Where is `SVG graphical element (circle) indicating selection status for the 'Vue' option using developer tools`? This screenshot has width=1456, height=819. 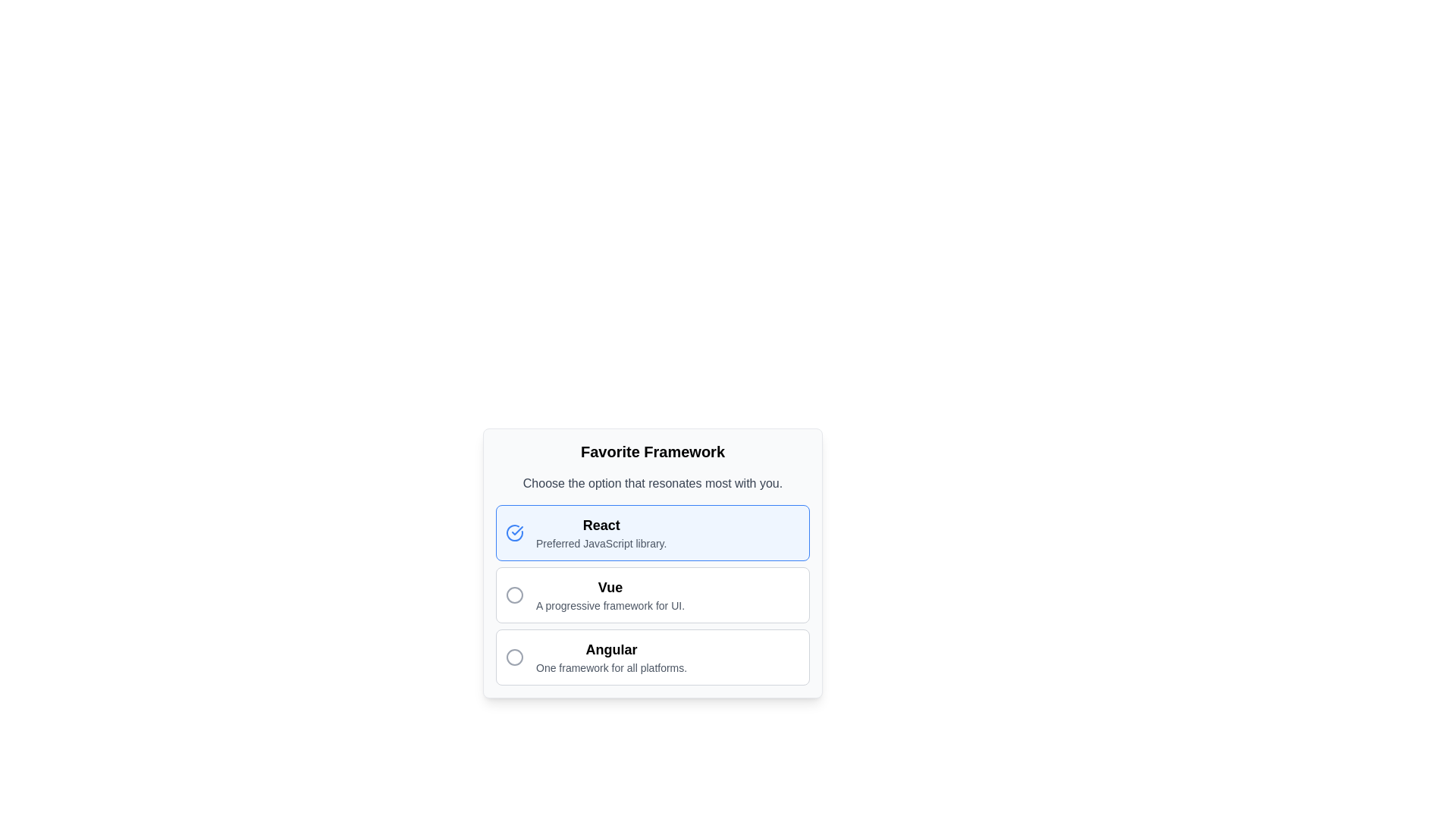
SVG graphical element (circle) indicating selection status for the 'Vue' option using developer tools is located at coordinates (514, 595).